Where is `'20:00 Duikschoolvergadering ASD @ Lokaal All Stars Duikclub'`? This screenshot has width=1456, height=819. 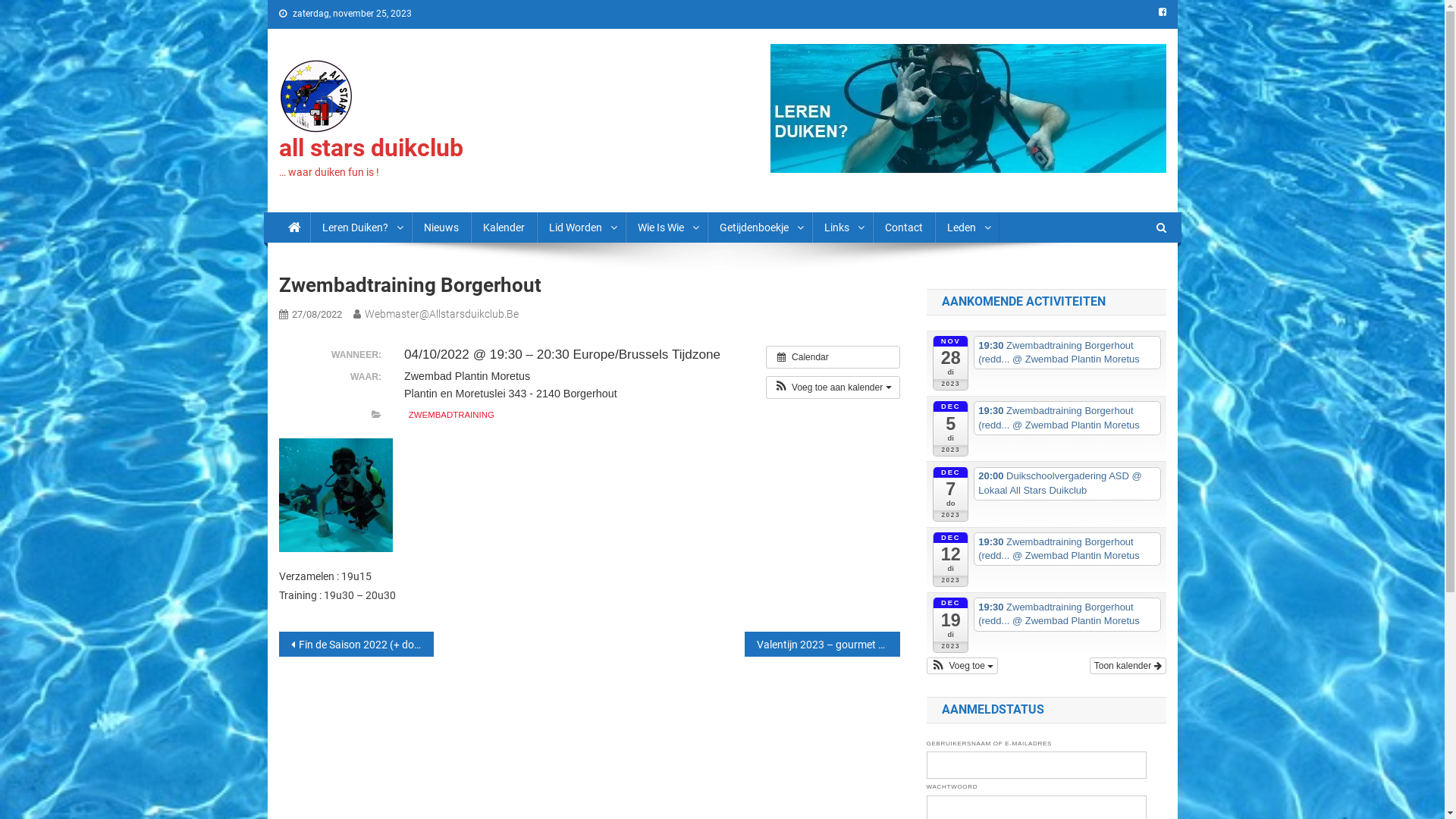
'20:00 Duikschoolvergadering ASD @ Lokaal All Stars Duikclub' is located at coordinates (1066, 483).